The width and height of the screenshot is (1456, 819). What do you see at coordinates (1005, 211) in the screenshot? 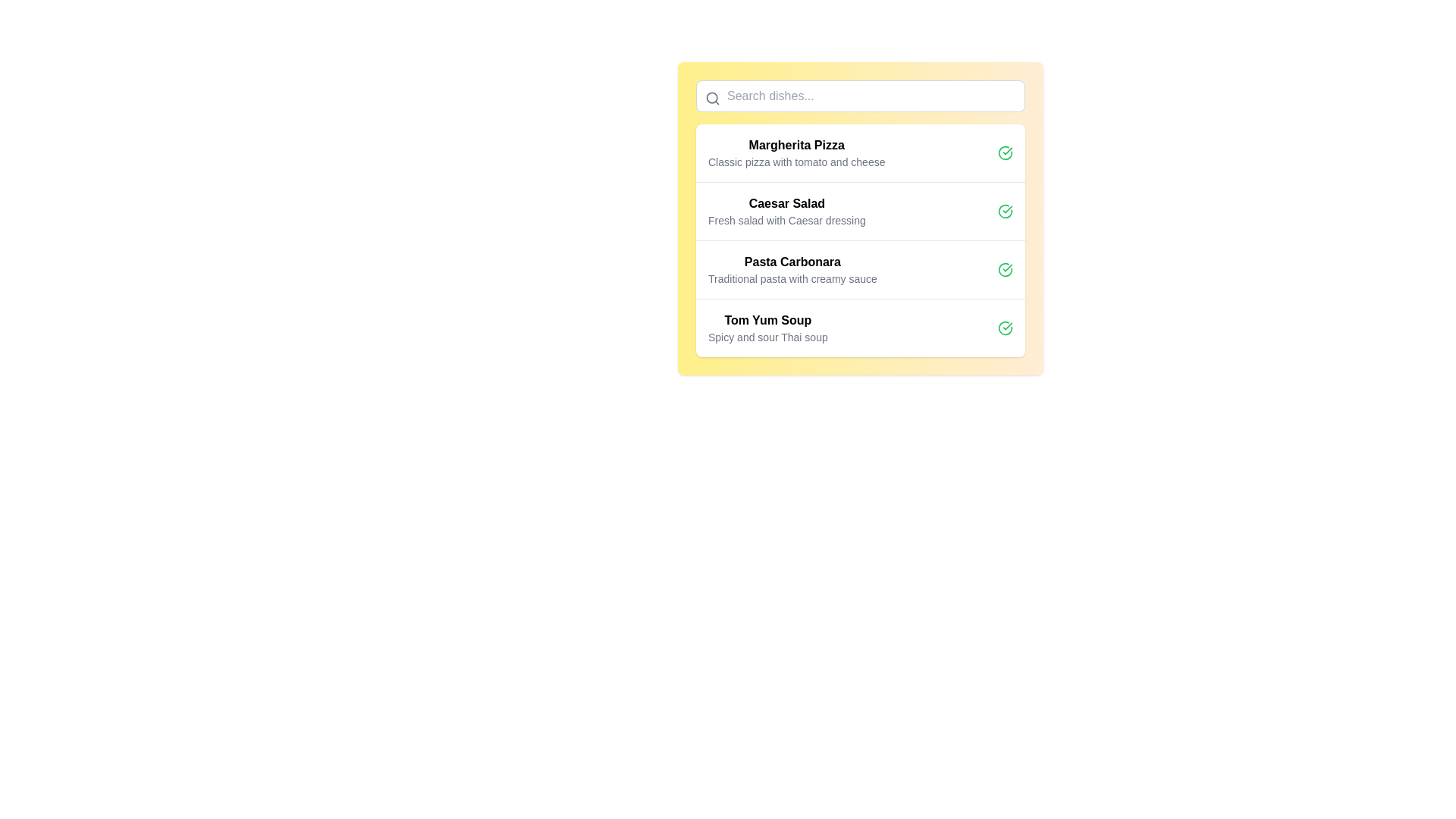
I see `the circular green icon with a checkmark indicating approval, located at the far-right end of the 'Caesar Salad' row` at bounding box center [1005, 211].